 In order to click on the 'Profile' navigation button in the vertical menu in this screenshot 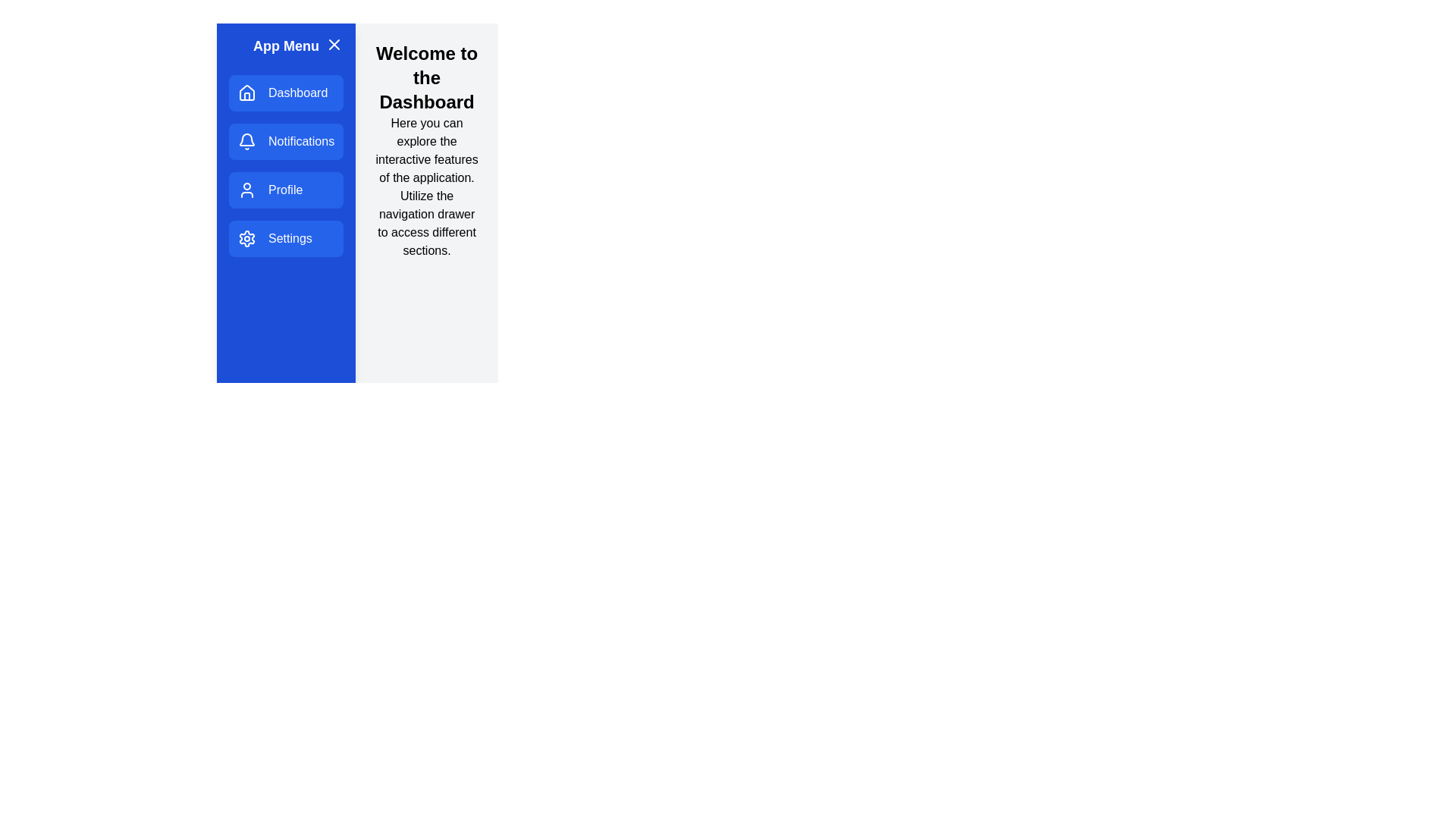, I will do `click(286, 189)`.